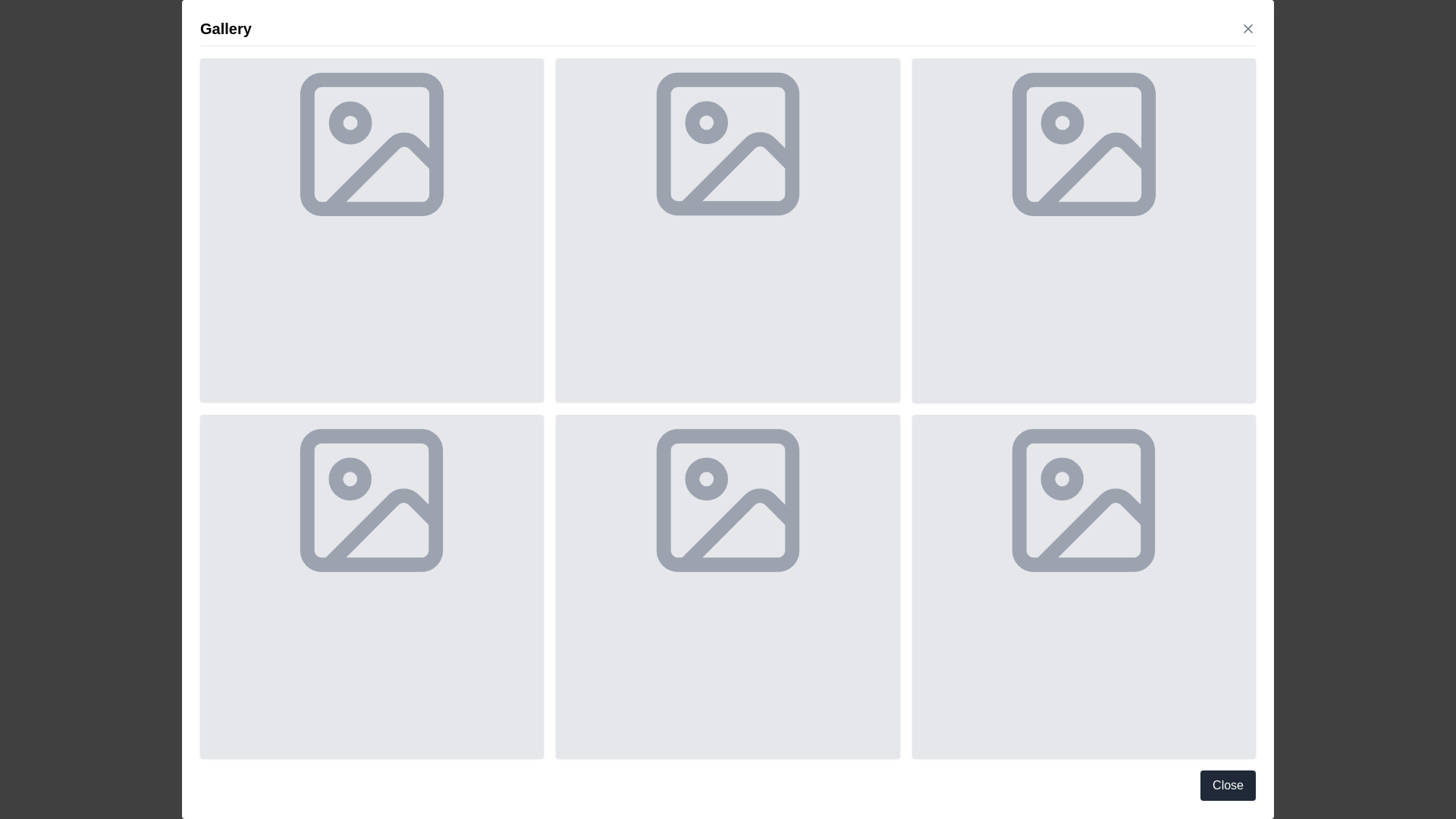 The image size is (1456, 819). What do you see at coordinates (1062, 122) in the screenshot?
I see `the light gray circle located in the second column of the first row of the gallery grid, which is part of an image icon` at bounding box center [1062, 122].